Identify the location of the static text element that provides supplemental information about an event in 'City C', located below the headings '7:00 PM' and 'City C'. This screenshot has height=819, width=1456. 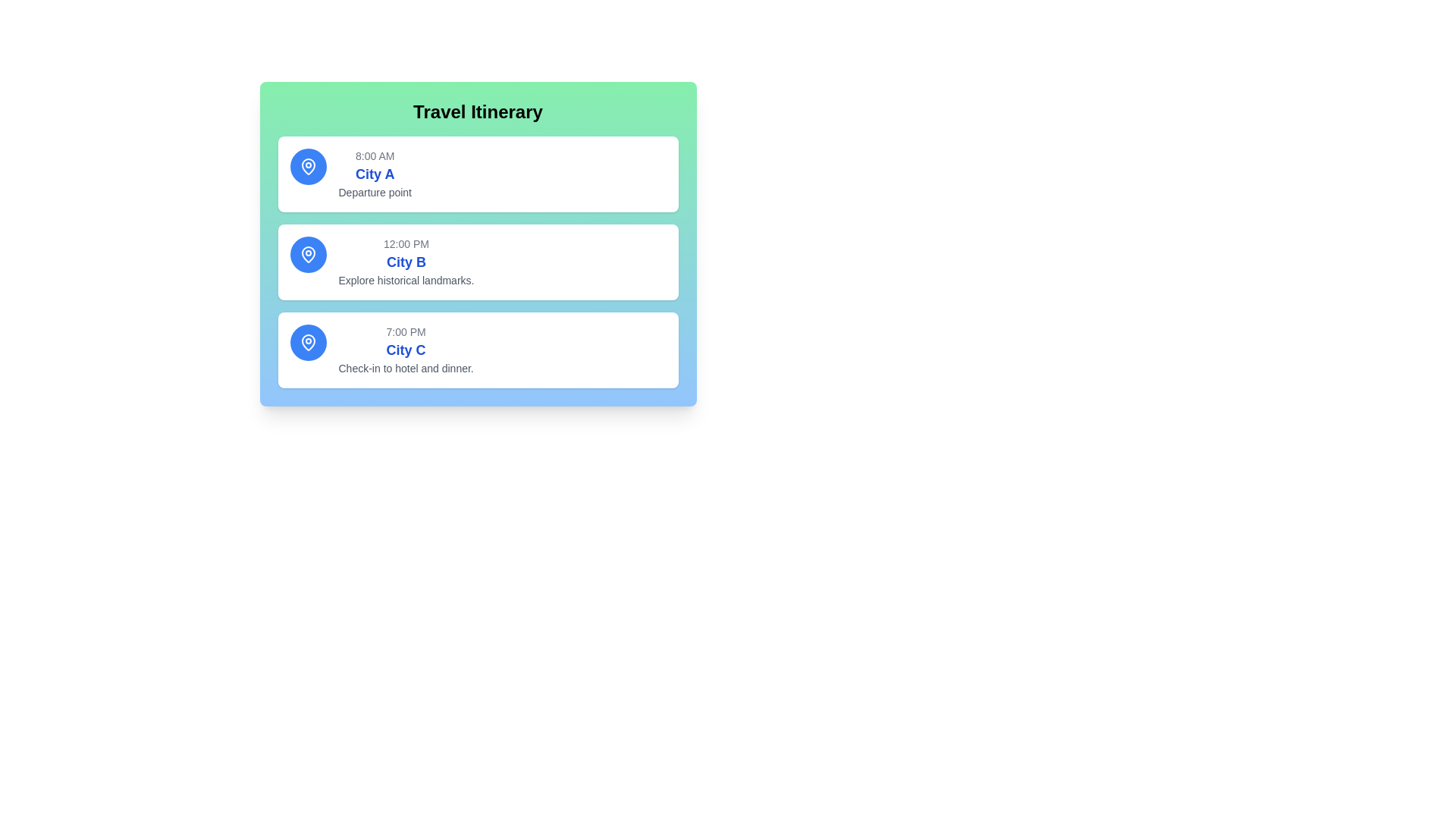
(406, 369).